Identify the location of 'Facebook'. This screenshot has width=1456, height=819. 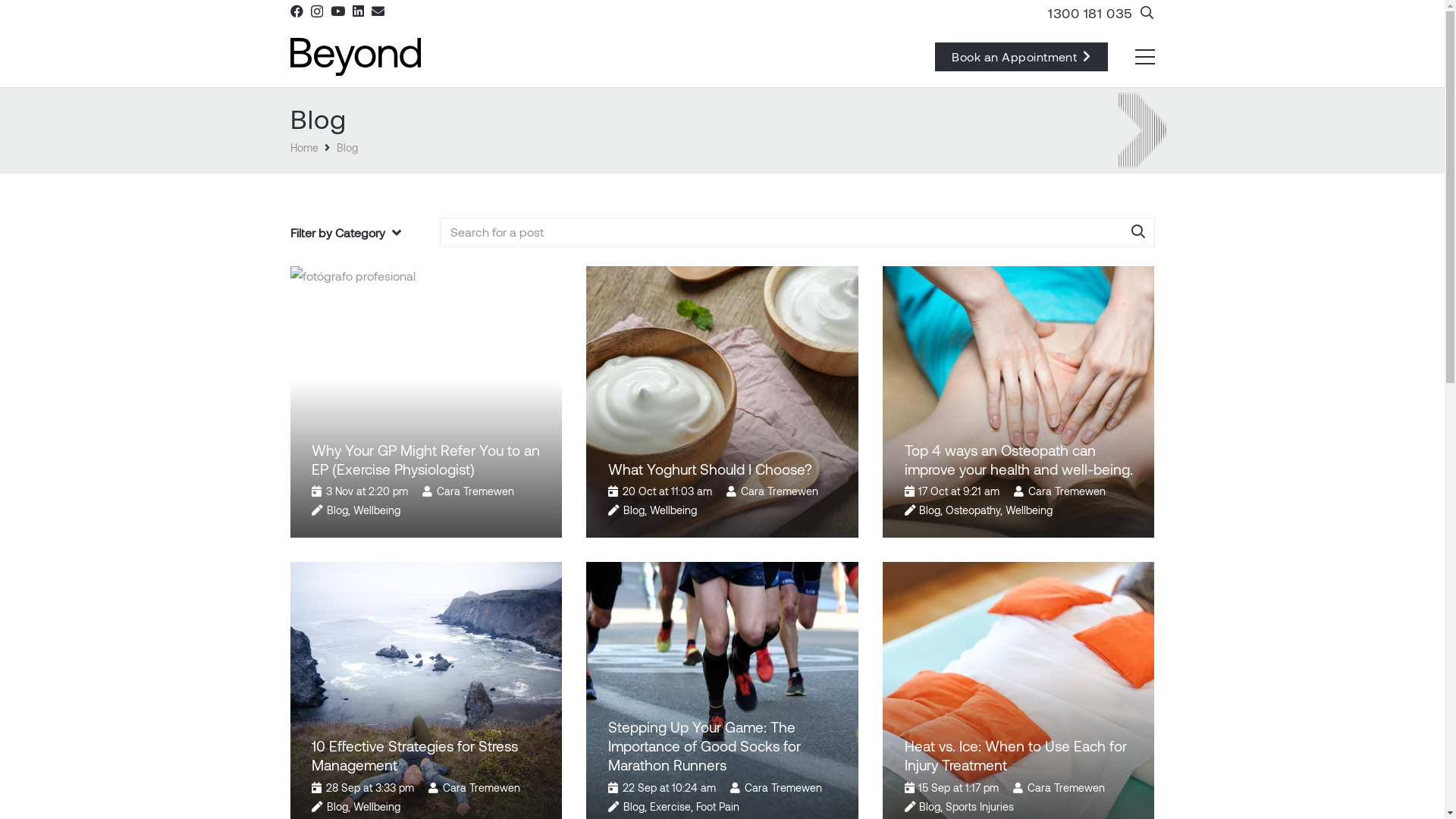
(755, 662).